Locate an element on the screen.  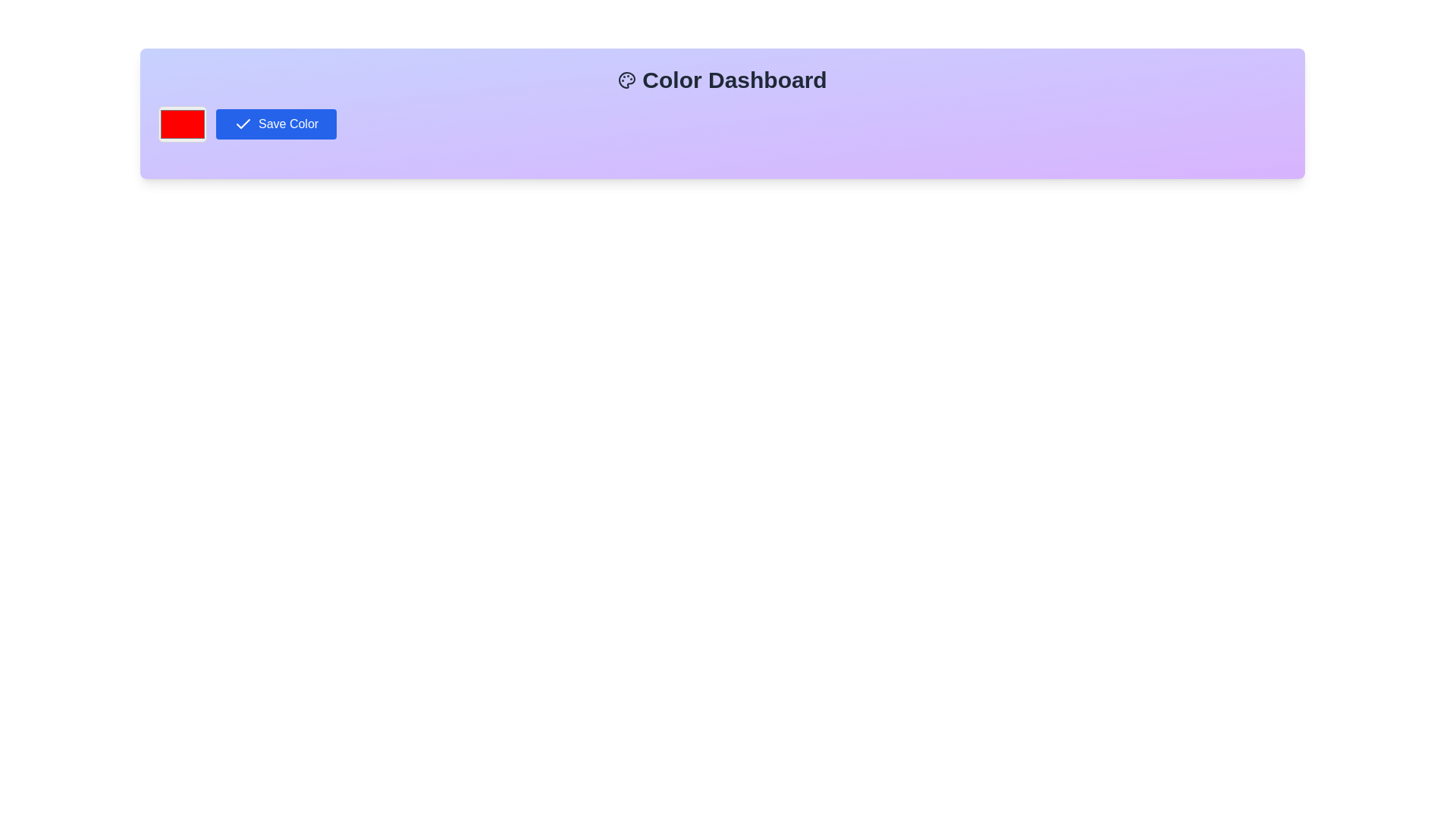
the black and white palette icon located to the left of the 'Color Dashboard' text is located at coordinates (627, 80).